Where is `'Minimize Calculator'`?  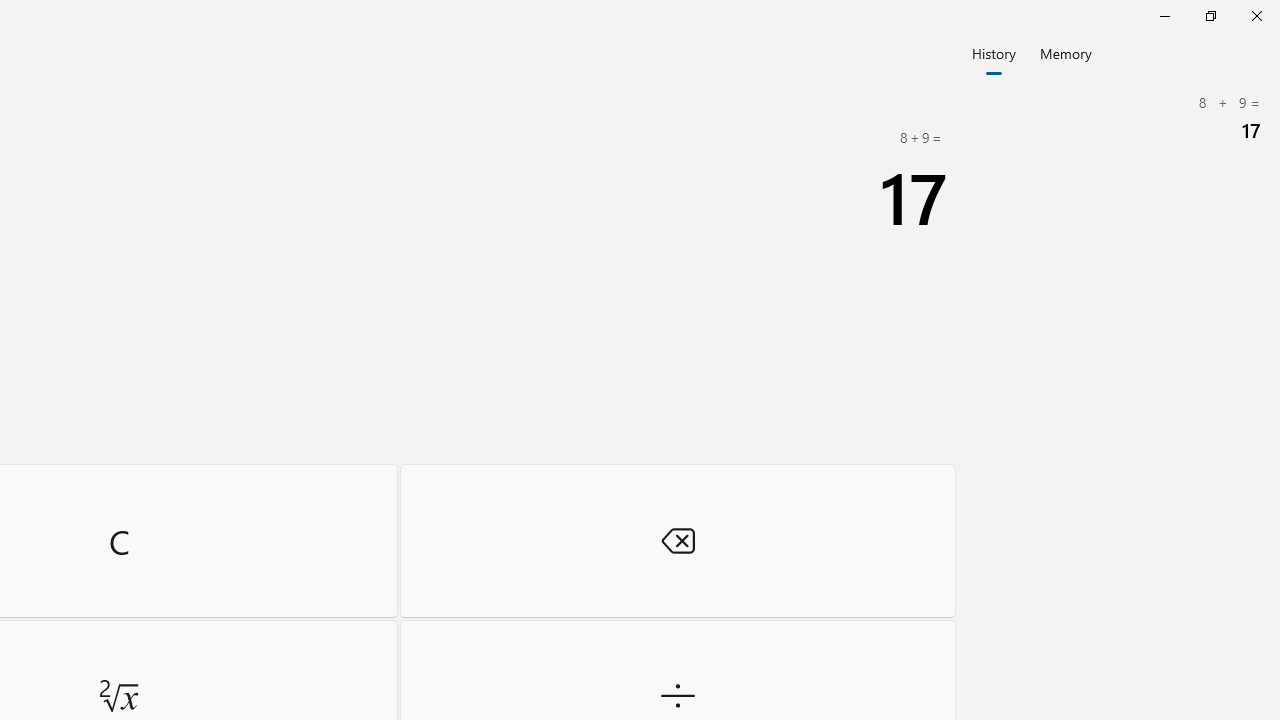 'Minimize Calculator' is located at coordinates (1164, 15).